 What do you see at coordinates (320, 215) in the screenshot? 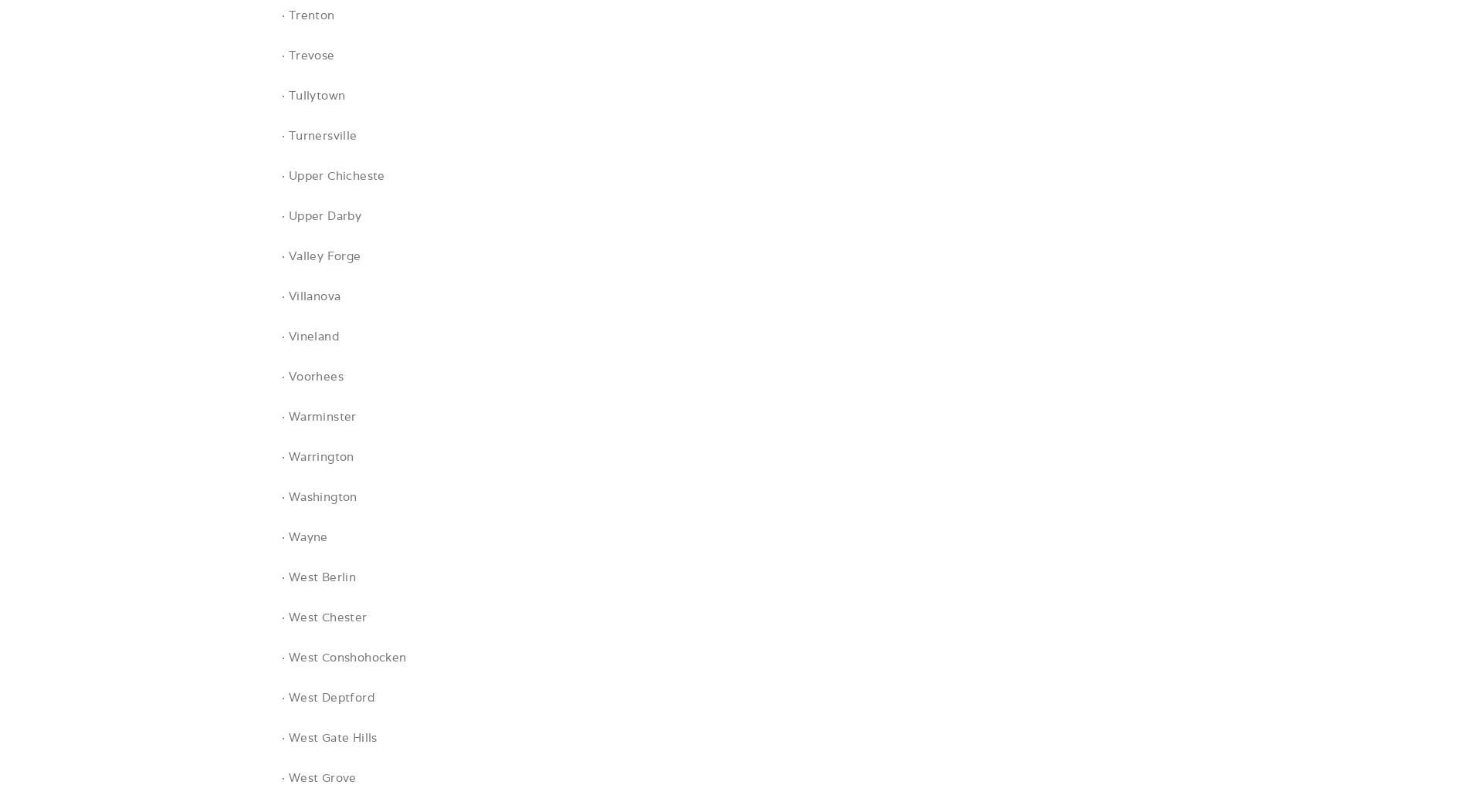
I see `'· Upper Darby'` at bounding box center [320, 215].